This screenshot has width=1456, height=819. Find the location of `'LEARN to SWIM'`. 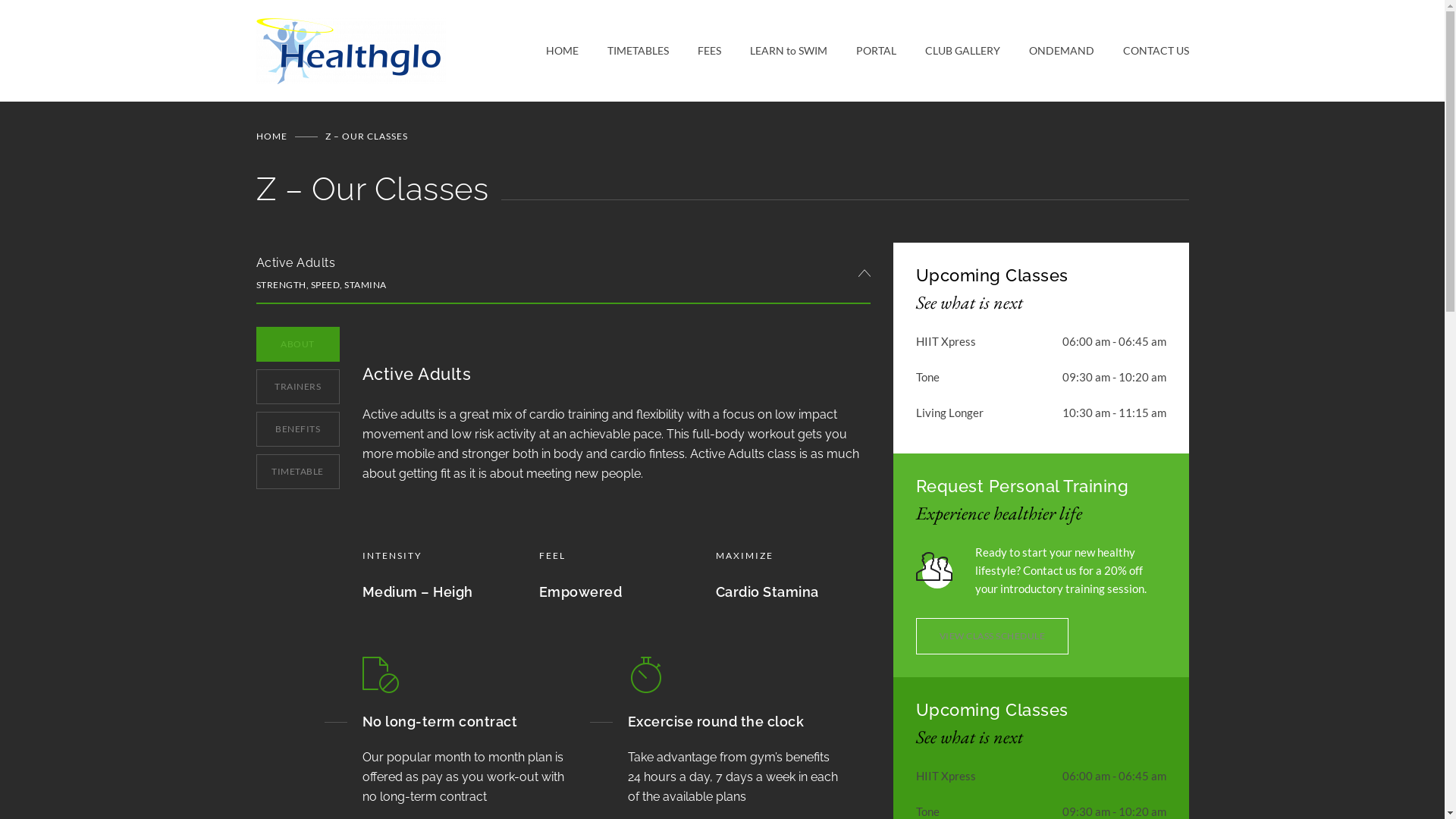

'LEARN to SWIM' is located at coordinates (773, 49).